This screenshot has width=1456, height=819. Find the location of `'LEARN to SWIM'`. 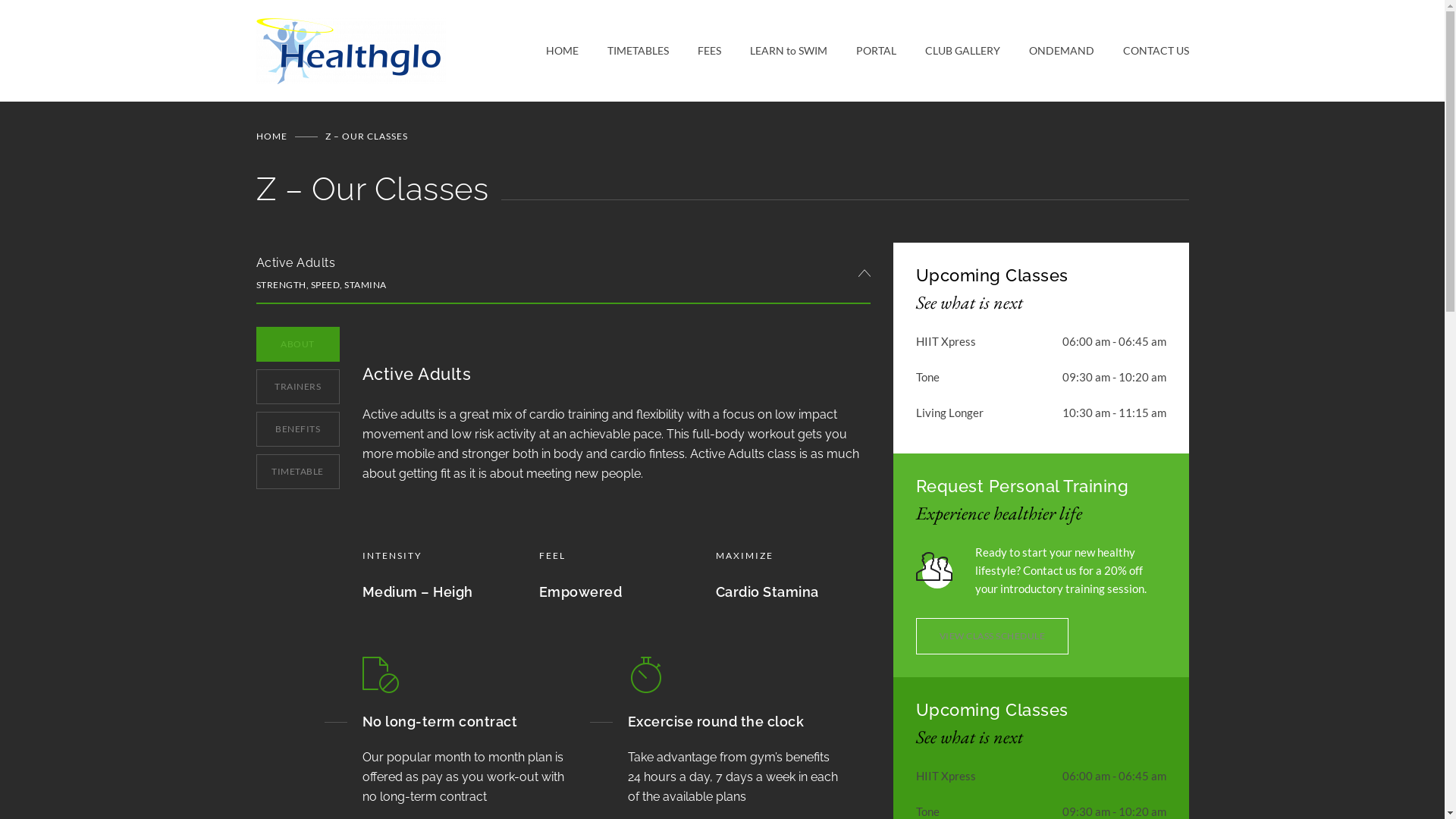

'LEARN to SWIM' is located at coordinates (773, 49).